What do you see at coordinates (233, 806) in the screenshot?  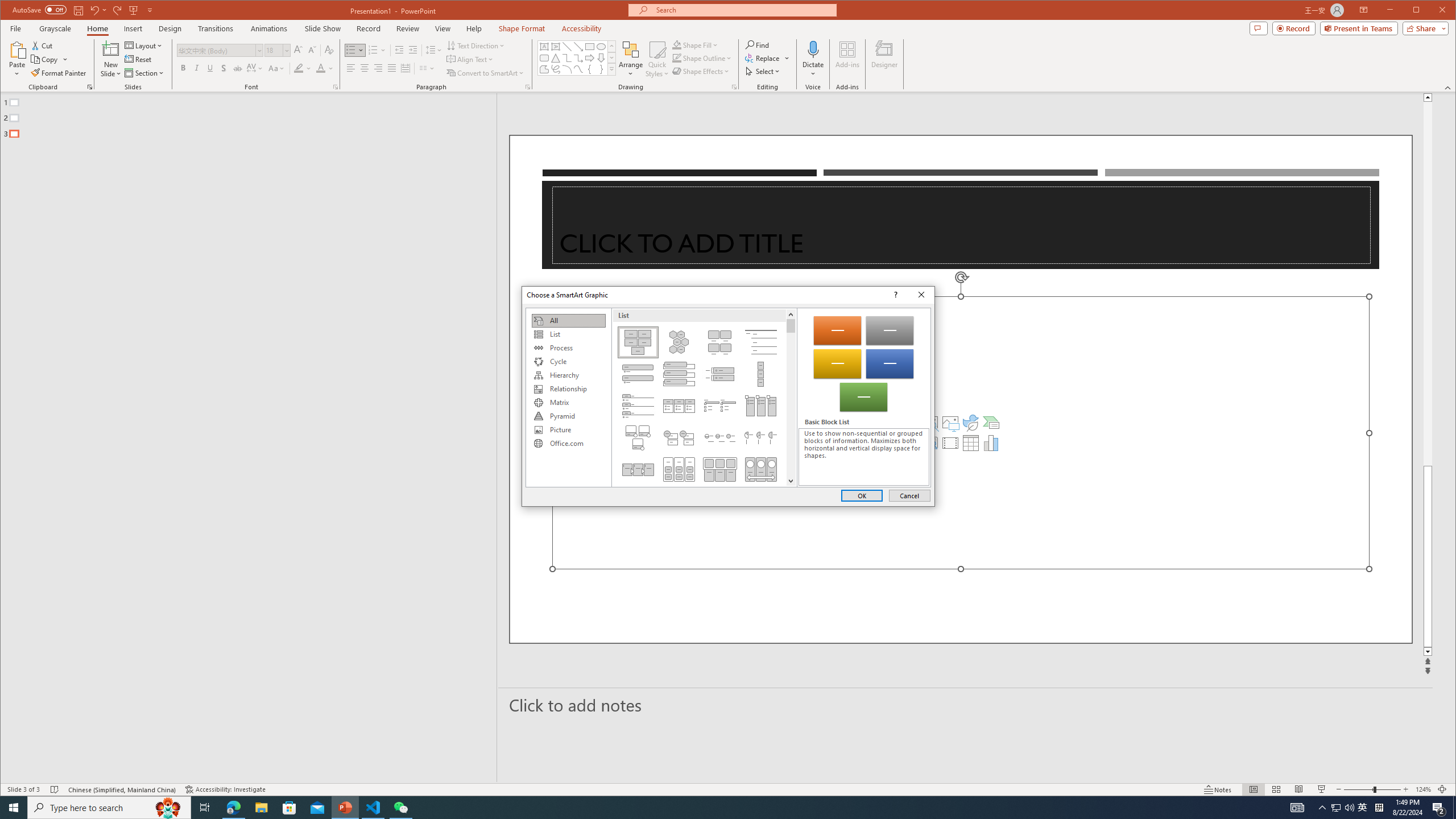 I see `'Microsoft Edge - 1 running window'` at bounding box center [233, 806].